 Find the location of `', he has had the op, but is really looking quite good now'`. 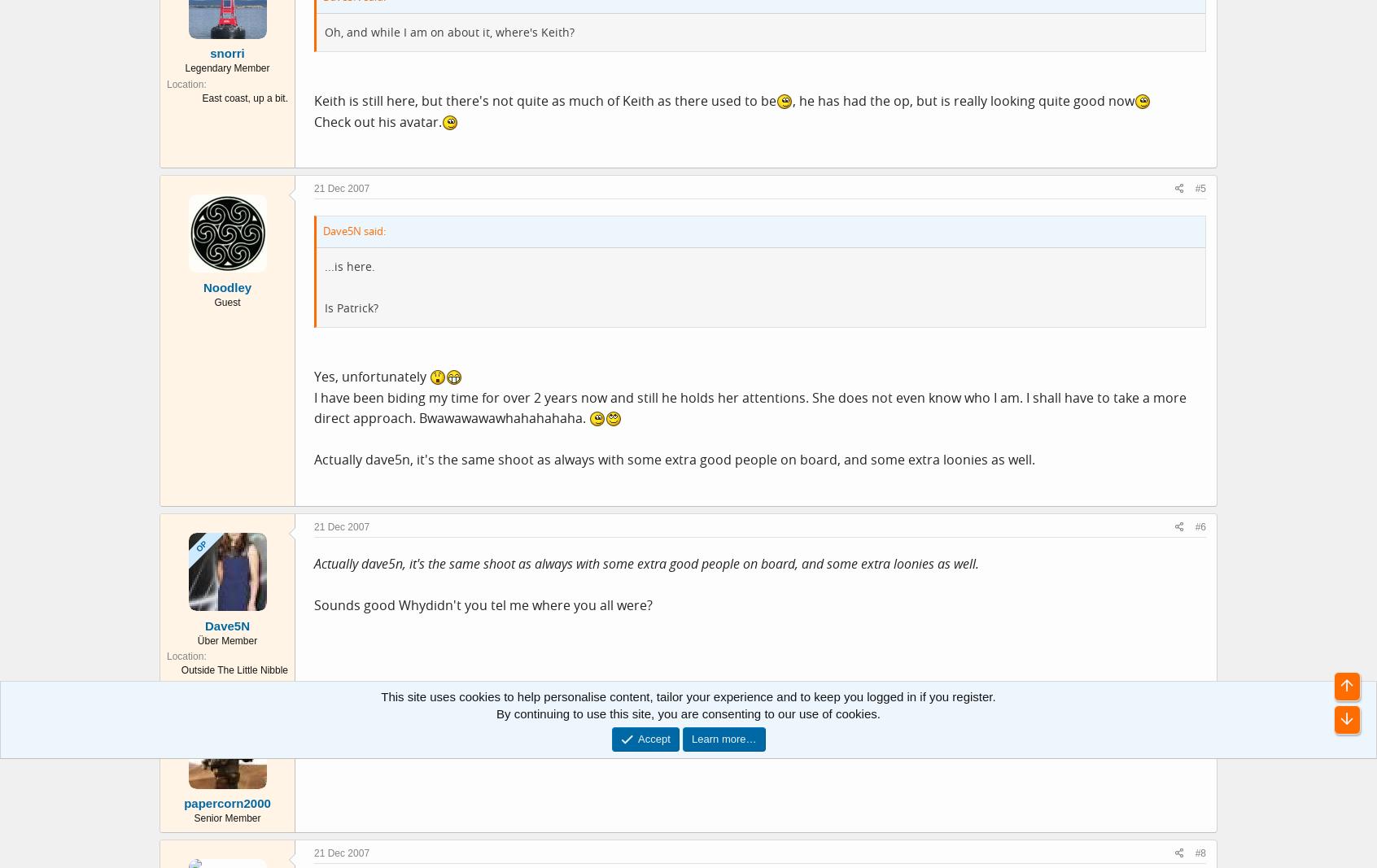

', he has had the op, but is really looking quite good now' is located at coordinates (963, 99).